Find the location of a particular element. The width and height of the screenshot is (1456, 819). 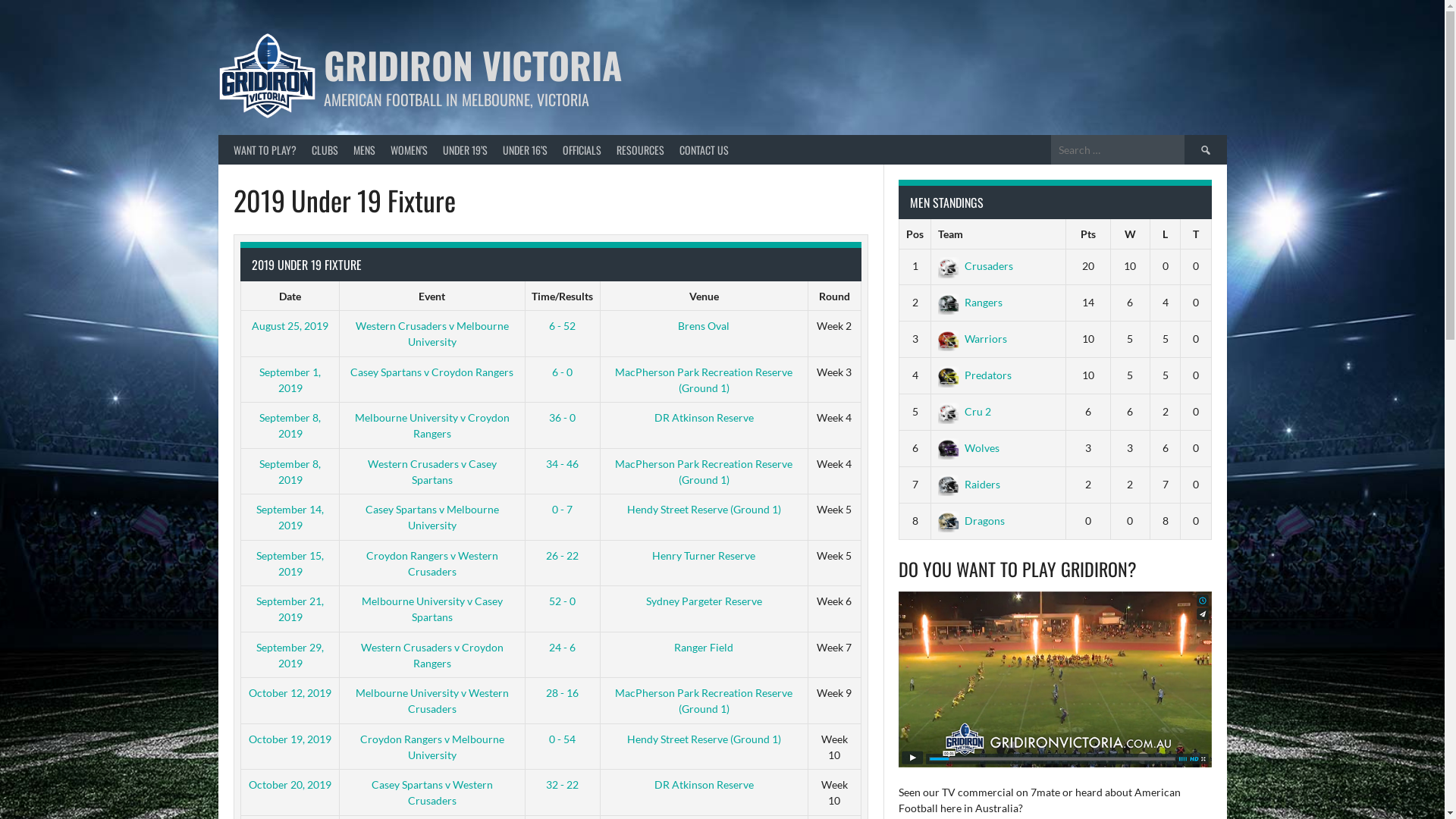

'6 - 0' is located at coordinates (551, 372).